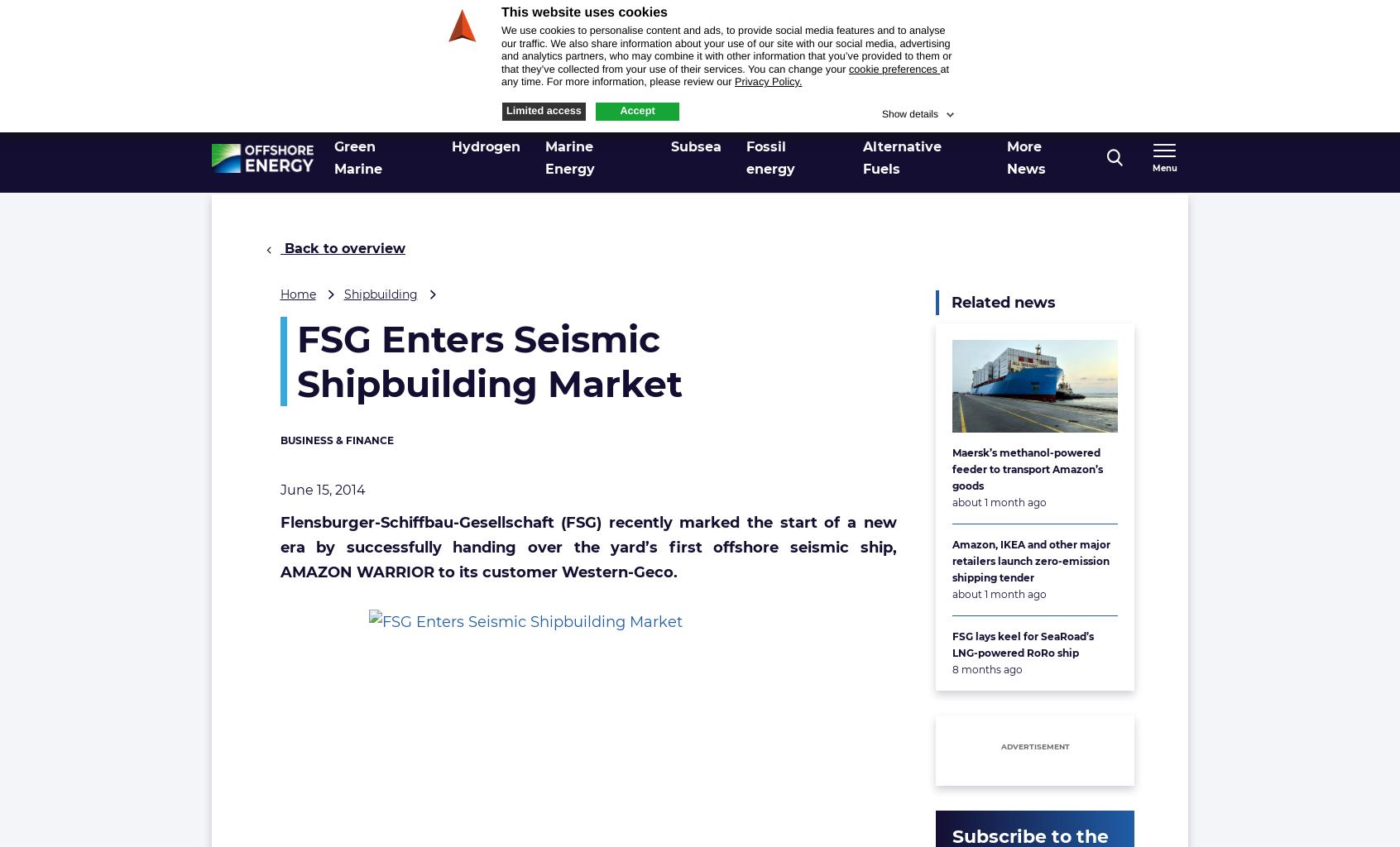 This screenshot has height=847, width=1400. What do you see at coordinates (1031, 559) in the screenshot?
I see `'Amazon, IKEA and other major retailers launch zero-emission shipping tender'` at bounding box center [1031, 559].